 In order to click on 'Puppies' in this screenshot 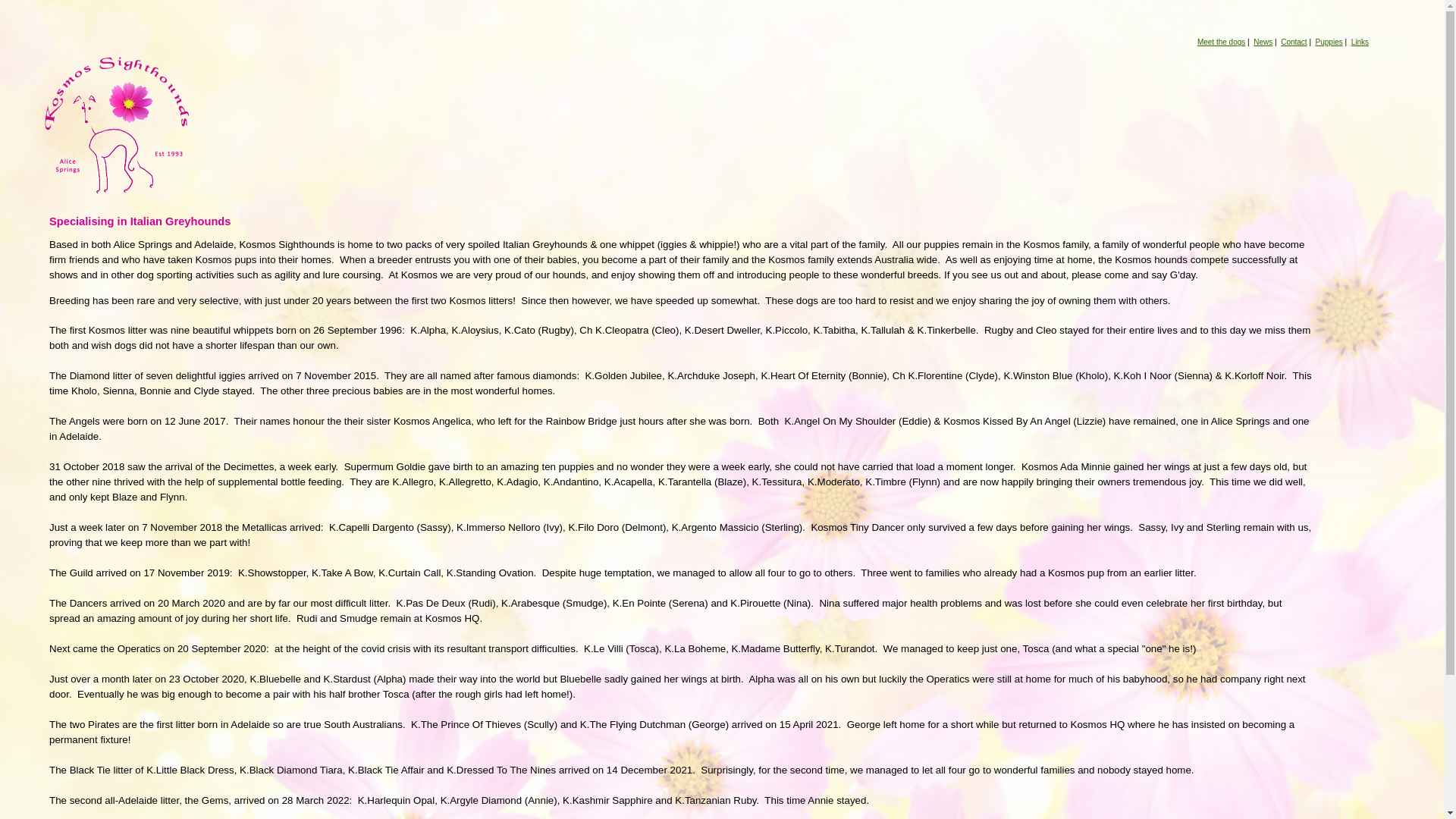, I will do `click(1328, 41)`.